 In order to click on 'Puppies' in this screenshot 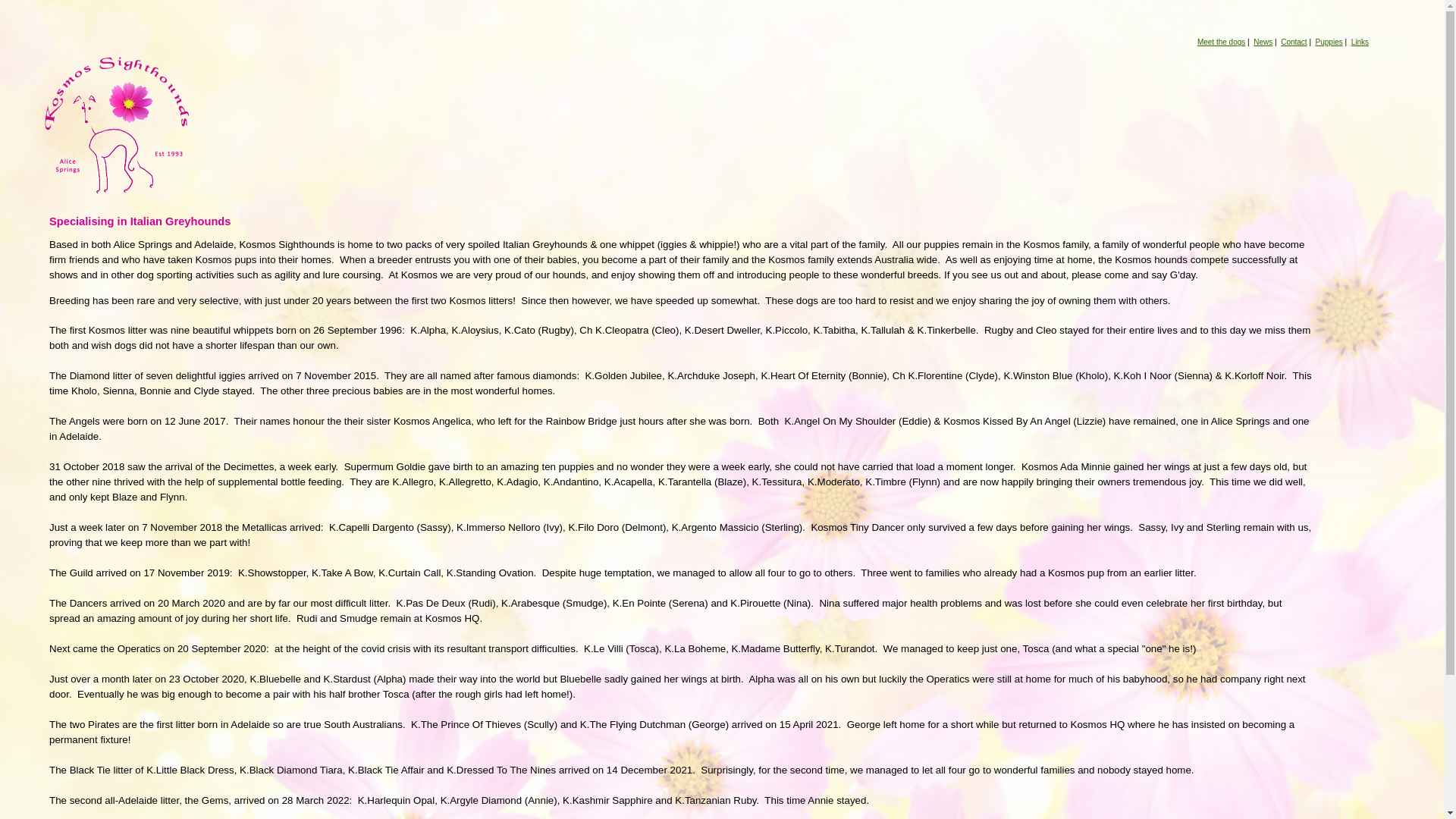, I will do `click(1328, 41)`.